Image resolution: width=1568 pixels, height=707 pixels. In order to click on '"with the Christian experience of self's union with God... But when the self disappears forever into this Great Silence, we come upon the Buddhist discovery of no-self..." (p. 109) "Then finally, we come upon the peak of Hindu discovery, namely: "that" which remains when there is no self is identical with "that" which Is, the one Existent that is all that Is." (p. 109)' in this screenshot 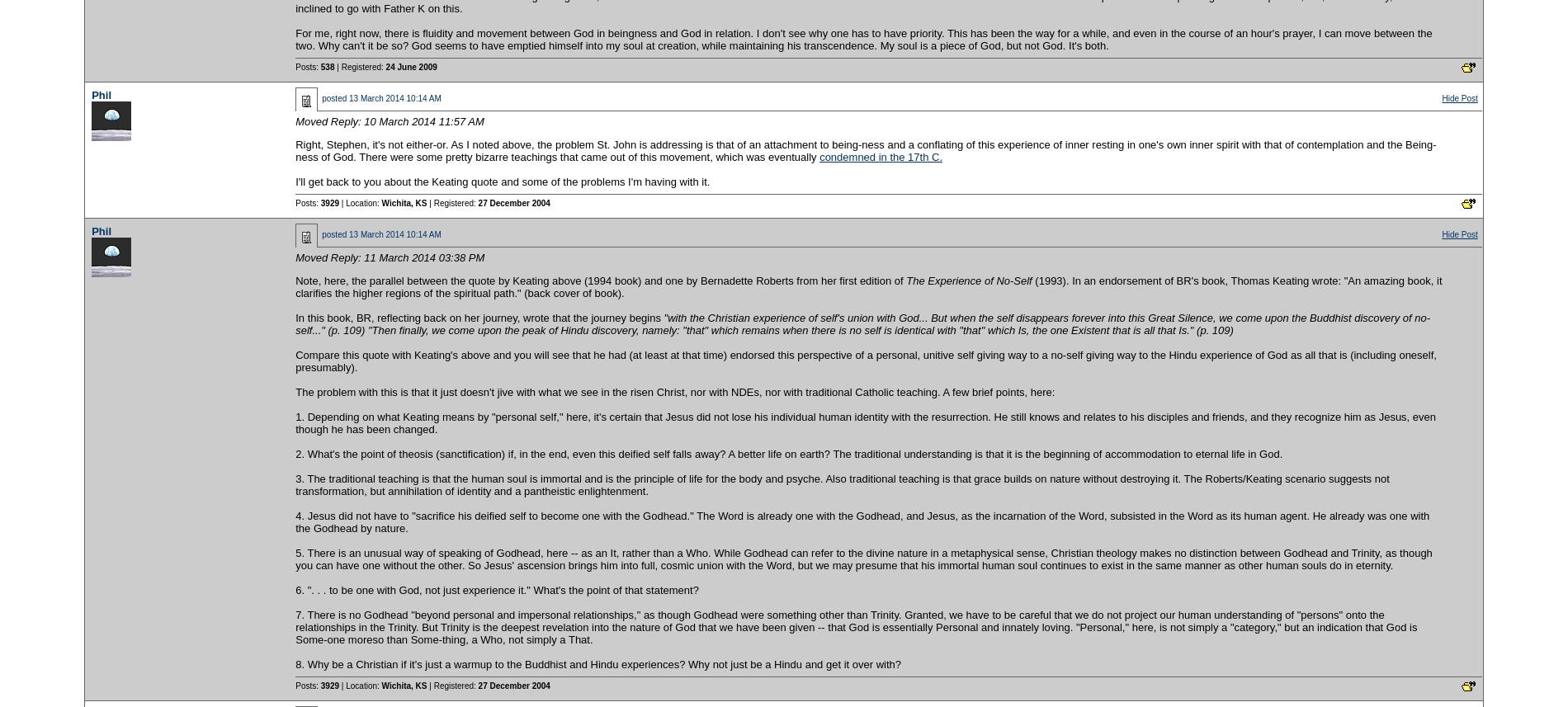, I will do `click(862, 323)`.